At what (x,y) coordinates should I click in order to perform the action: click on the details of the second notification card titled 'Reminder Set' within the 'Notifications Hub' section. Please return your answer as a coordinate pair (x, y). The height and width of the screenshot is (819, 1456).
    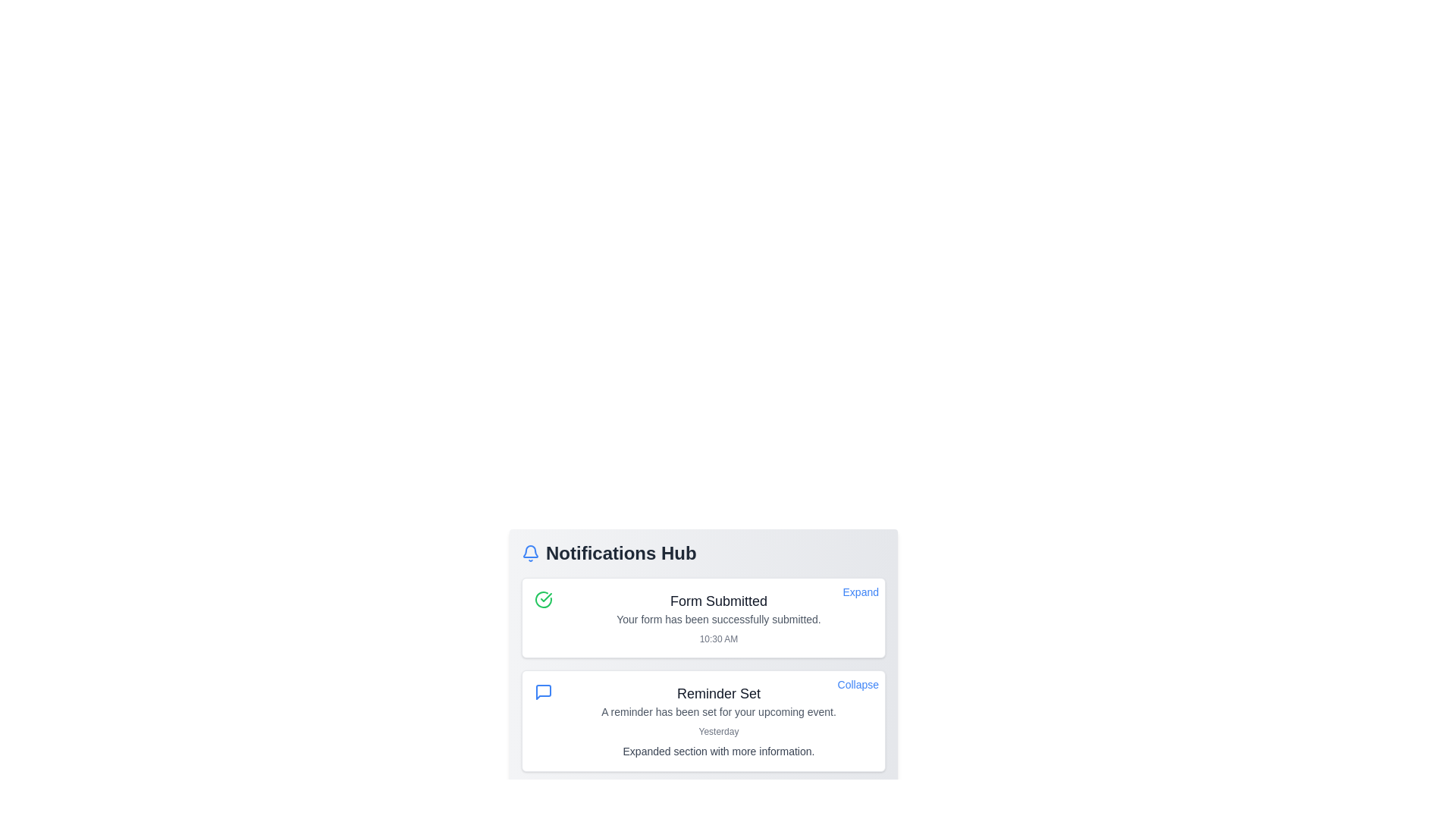
    Looking at the image, I should click on (702, 674).